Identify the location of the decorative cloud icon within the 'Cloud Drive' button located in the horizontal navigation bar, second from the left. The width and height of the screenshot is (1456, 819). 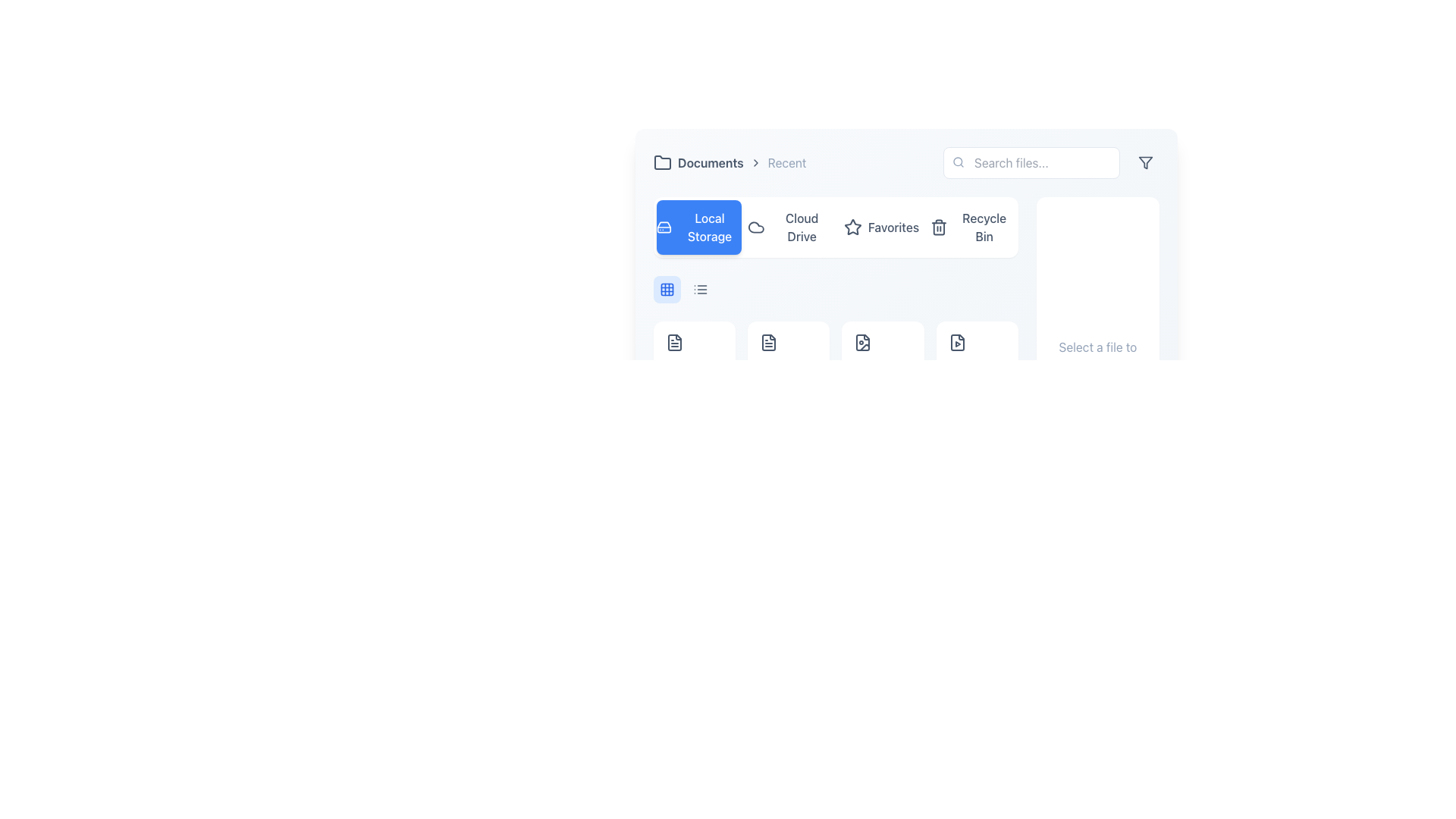
(756, 227).